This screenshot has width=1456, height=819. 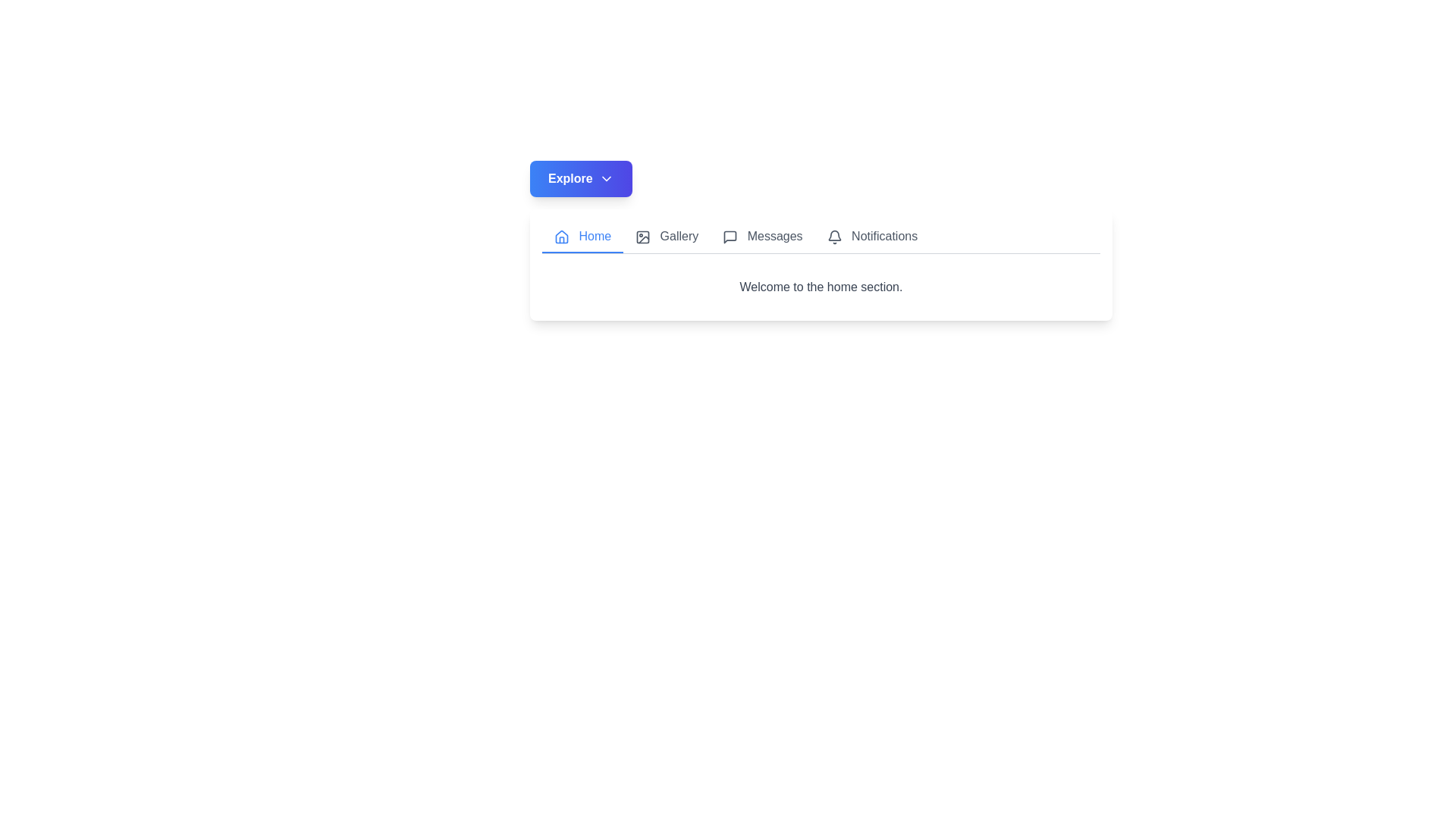 I want to click on the active and inactive sections of the Navigation bar, which includes labels for Home, Gallery, Messages, and Notifications, with distinct text colors indicating the active section, so click(x=821, y=237).